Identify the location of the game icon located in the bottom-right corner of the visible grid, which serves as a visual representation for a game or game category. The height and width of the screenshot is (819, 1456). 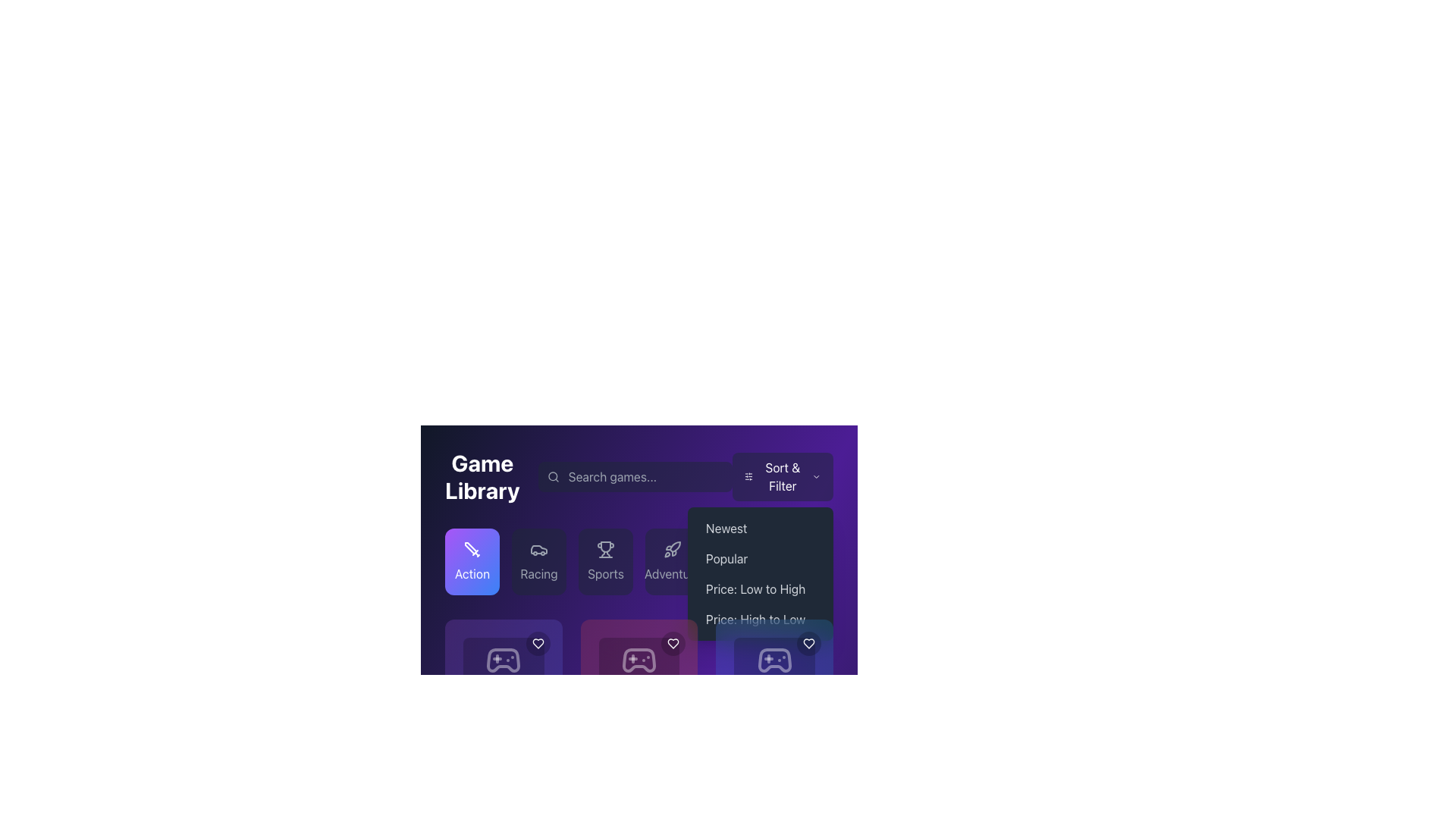
(774, 660).